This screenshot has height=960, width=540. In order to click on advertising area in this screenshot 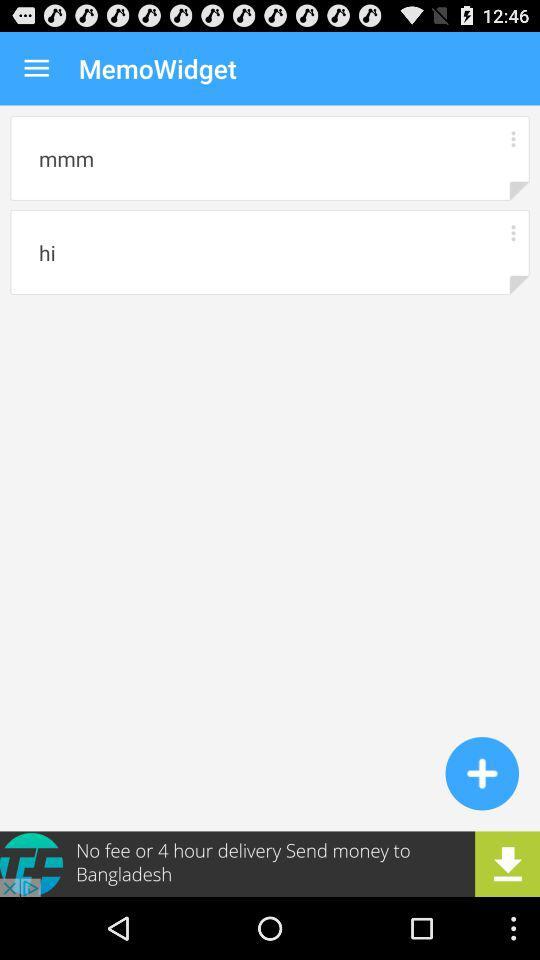, I will do `click(270, 863)`.